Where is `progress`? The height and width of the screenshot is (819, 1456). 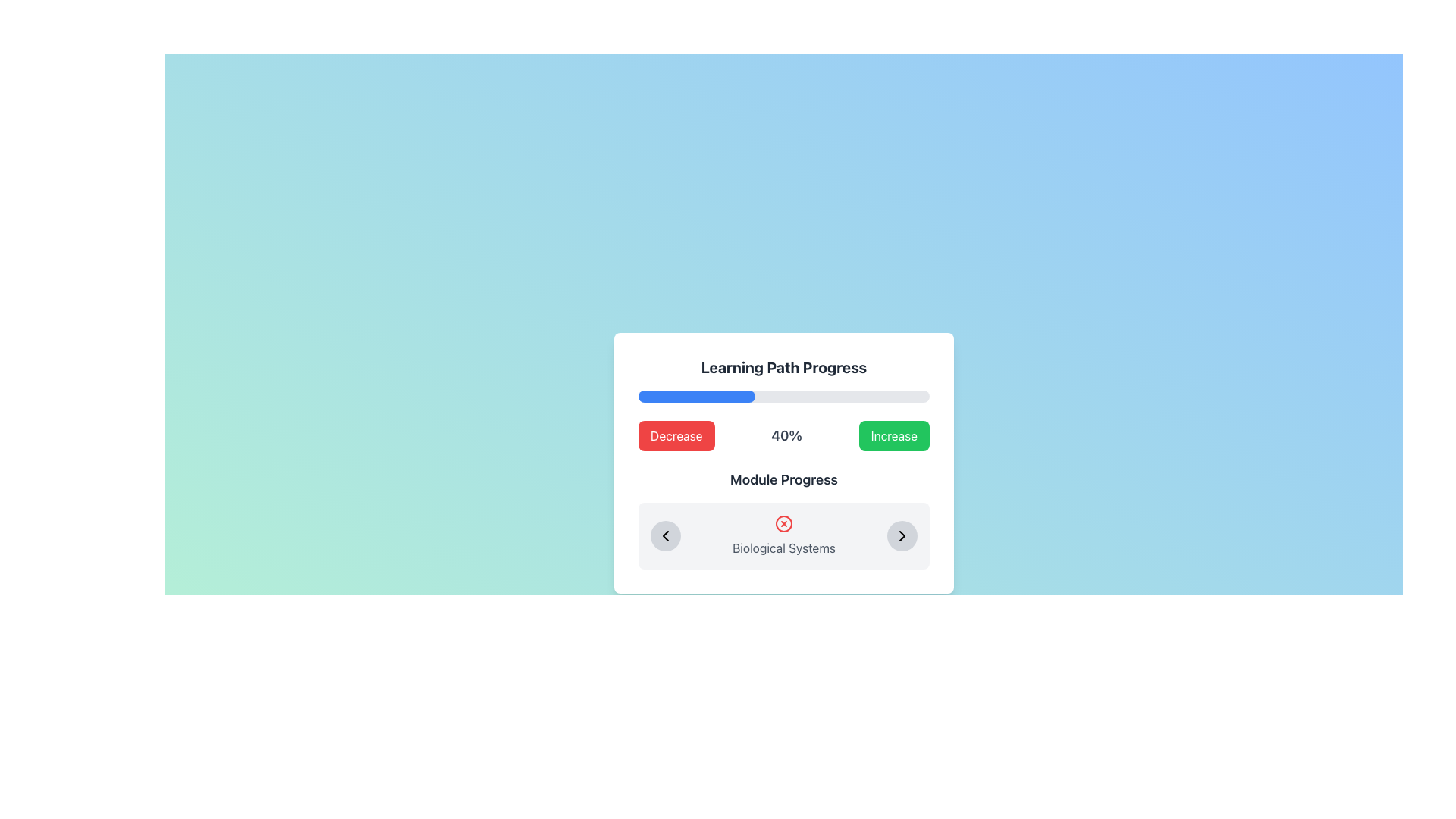
progress is located at coordinates (800, 396).